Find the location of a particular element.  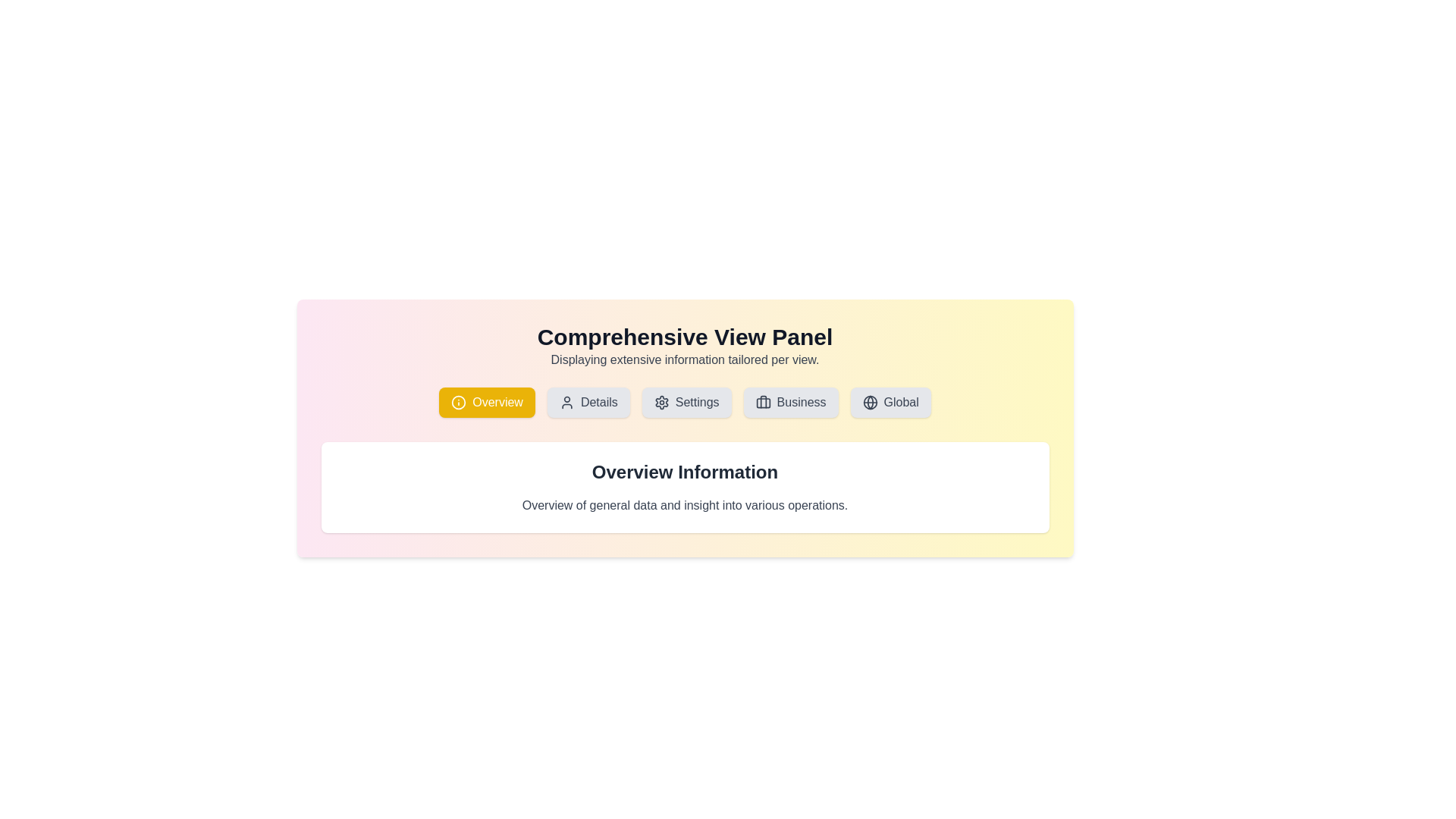

the navigation button labeled 'Overview' located in the top section of the interface is located at coordinates (487, 402).